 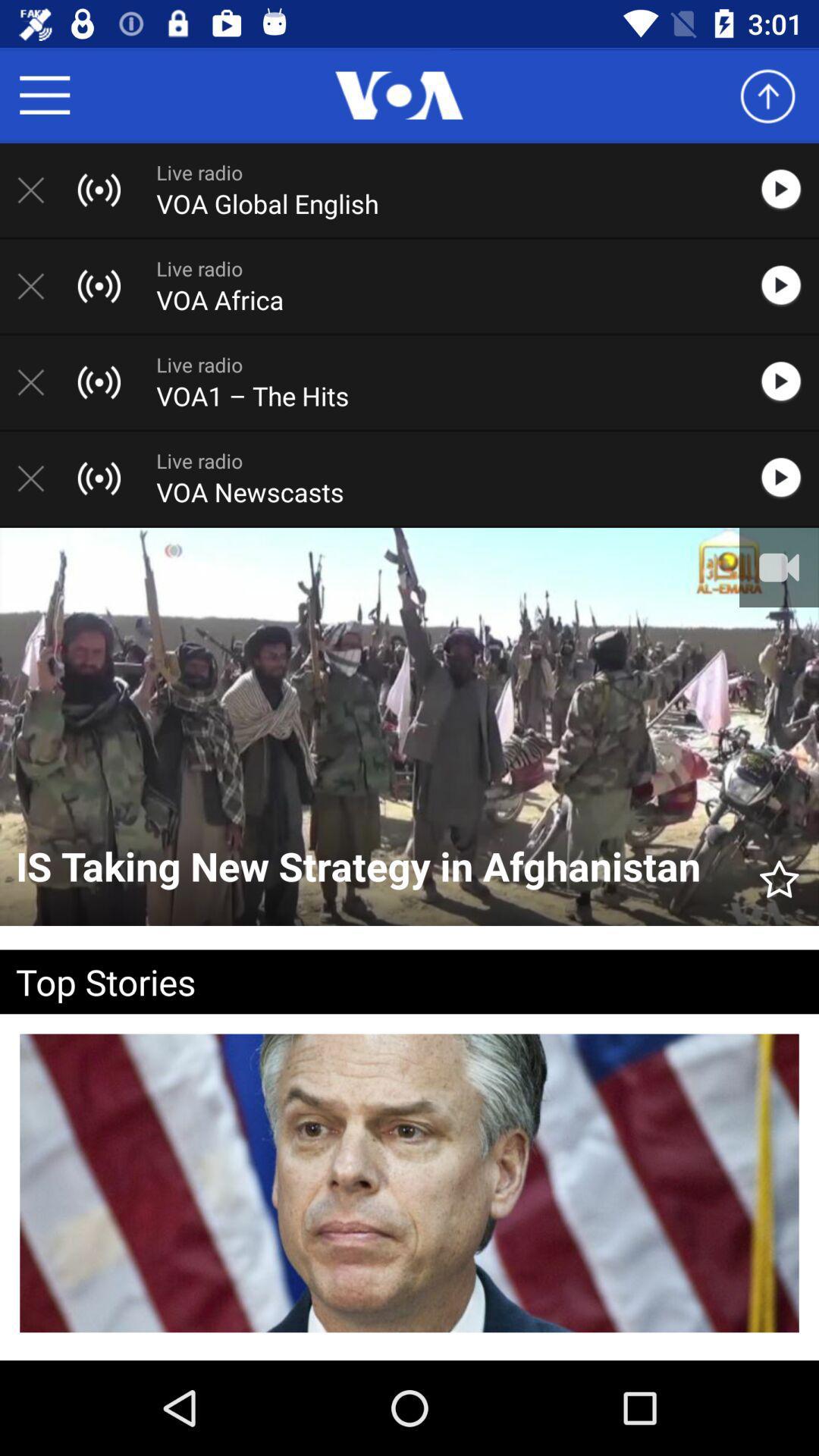 I want to click on top stories icon, so click(x=384, y=981).